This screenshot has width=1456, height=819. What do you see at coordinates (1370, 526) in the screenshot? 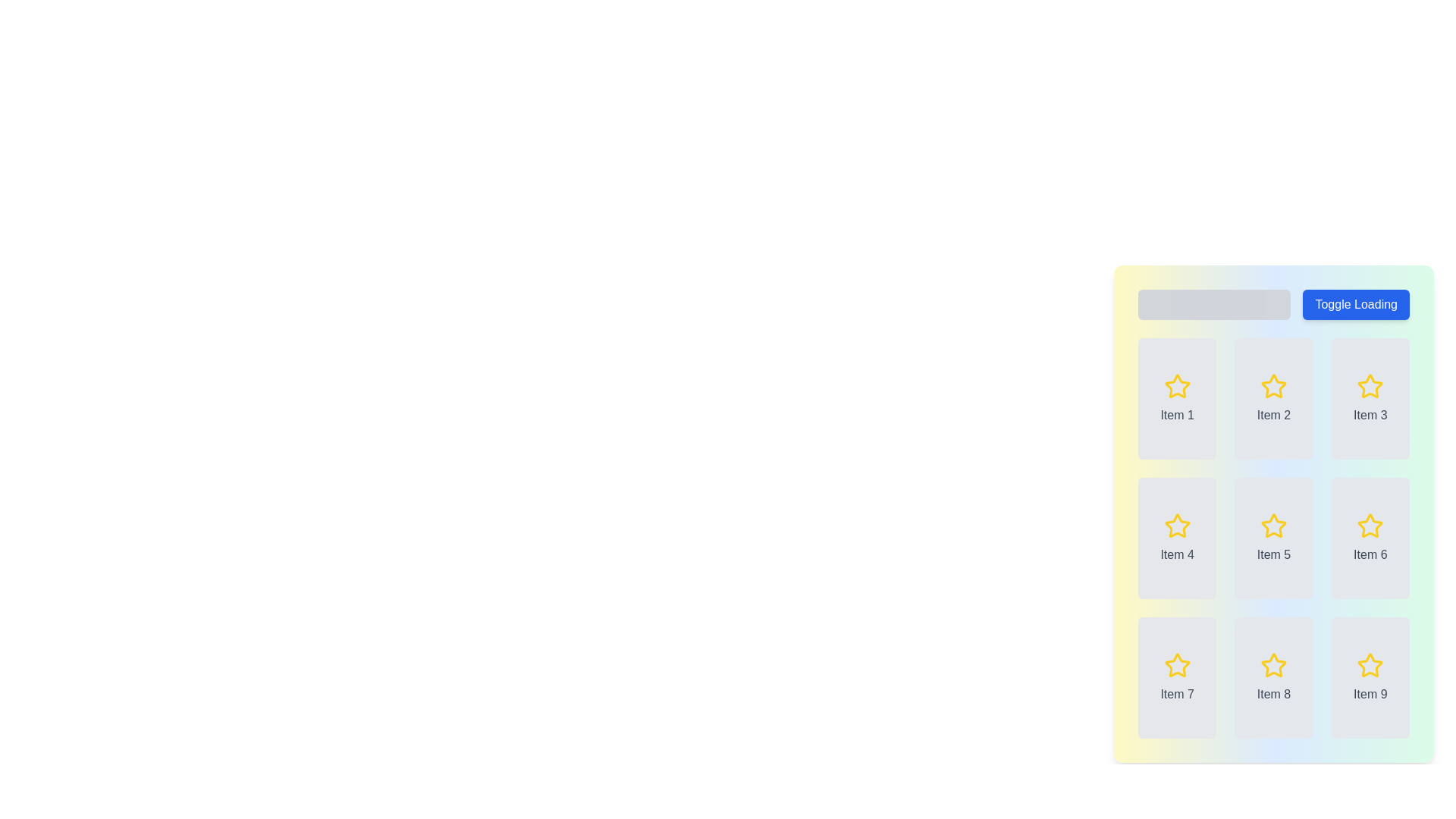
I see `the unfilled yellow-bordered star icon located in the second row and third column above the text 'Item 6'` at bounding box center [1370, 526].